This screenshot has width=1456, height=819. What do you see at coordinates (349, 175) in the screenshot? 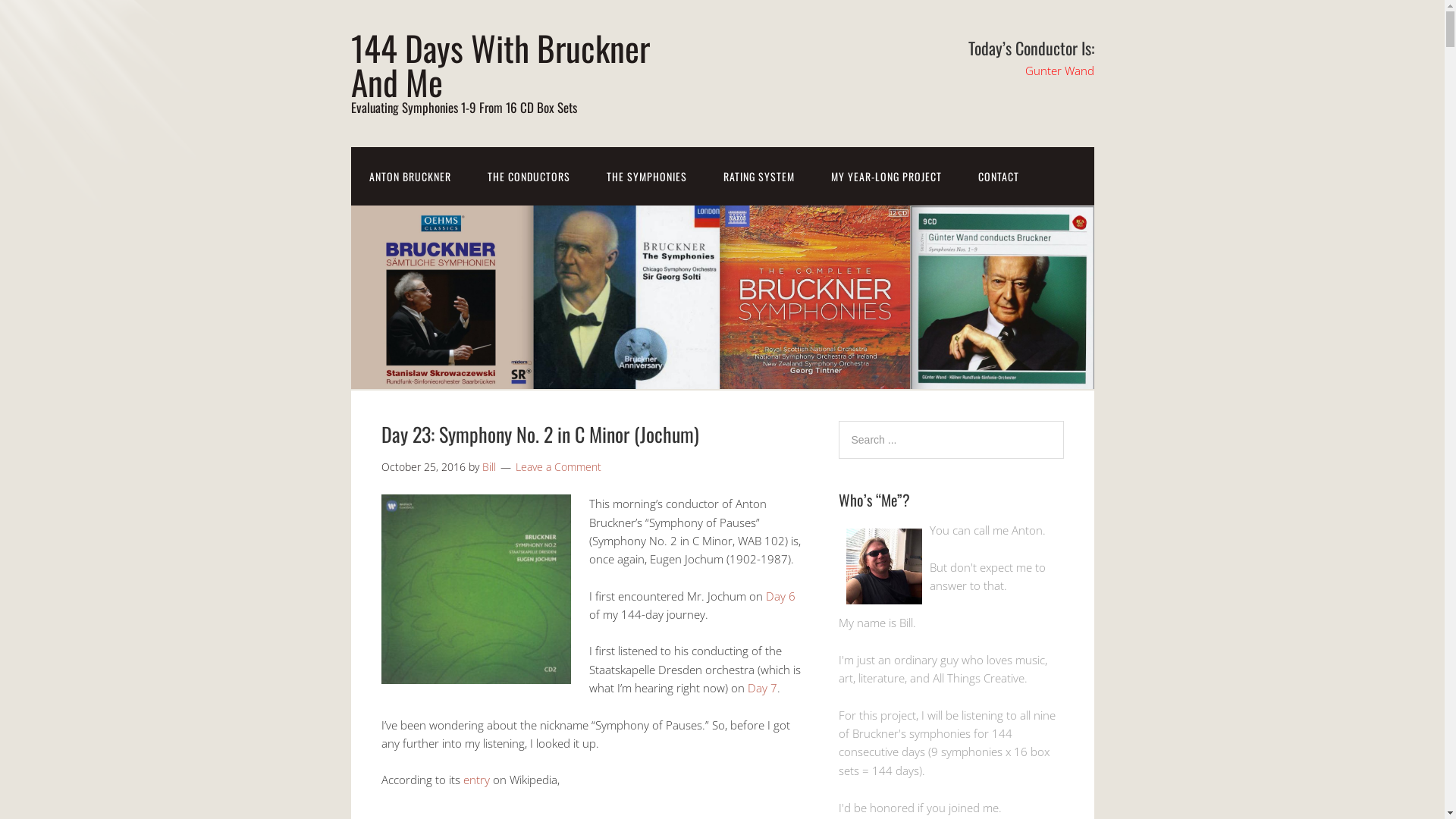
I see `'ANTON BRUCKNER'` at bounding box center [349, 175].